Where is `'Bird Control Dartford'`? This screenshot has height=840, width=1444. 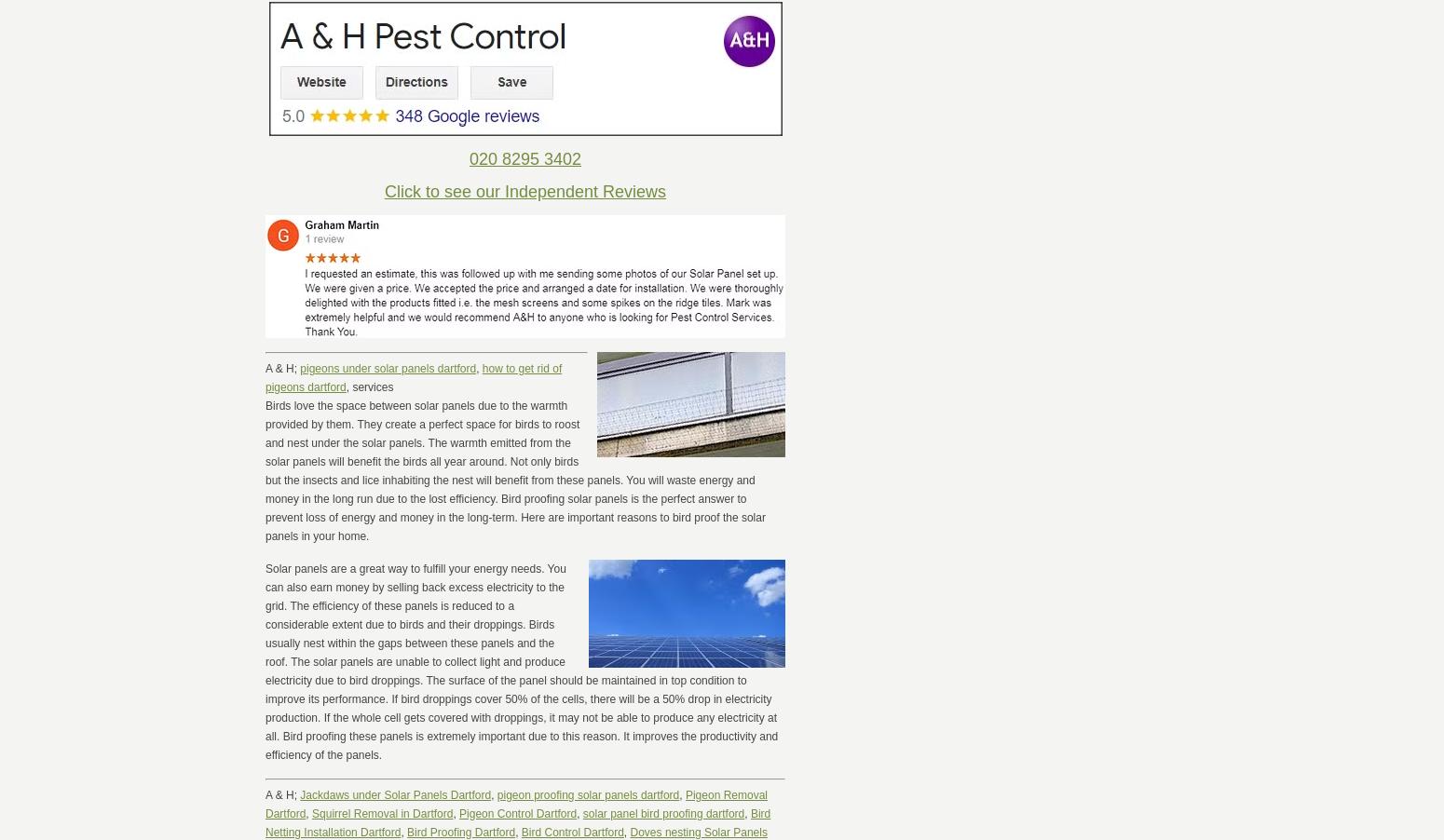
'Bird Control Dartford' is located at coordinates (571, 831).